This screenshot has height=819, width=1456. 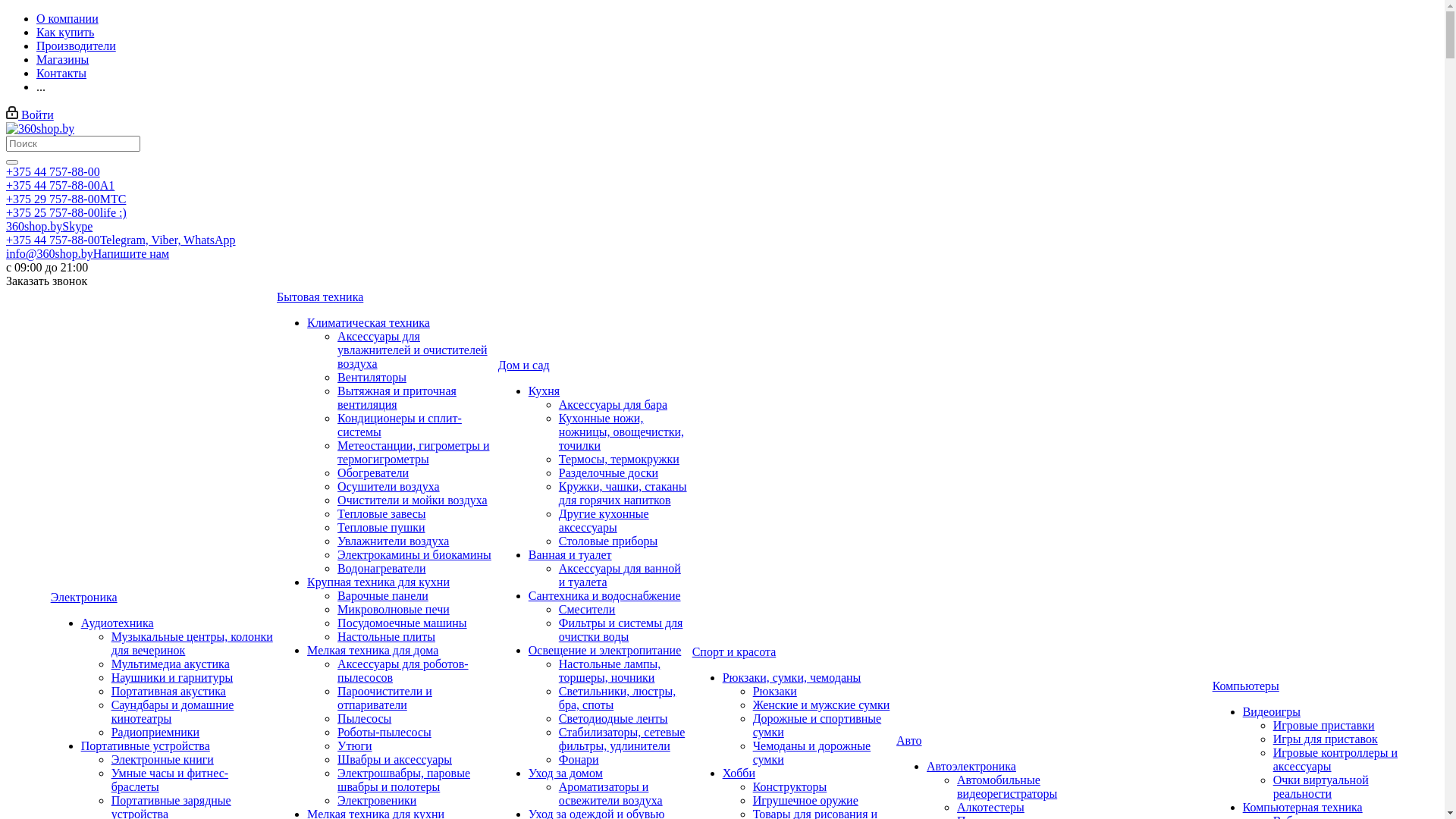 What do you see at coordinates (65, 212) in the screenshot?
I see `'+375 25 757-88-00life :)'` at bounding box center [65, 212].